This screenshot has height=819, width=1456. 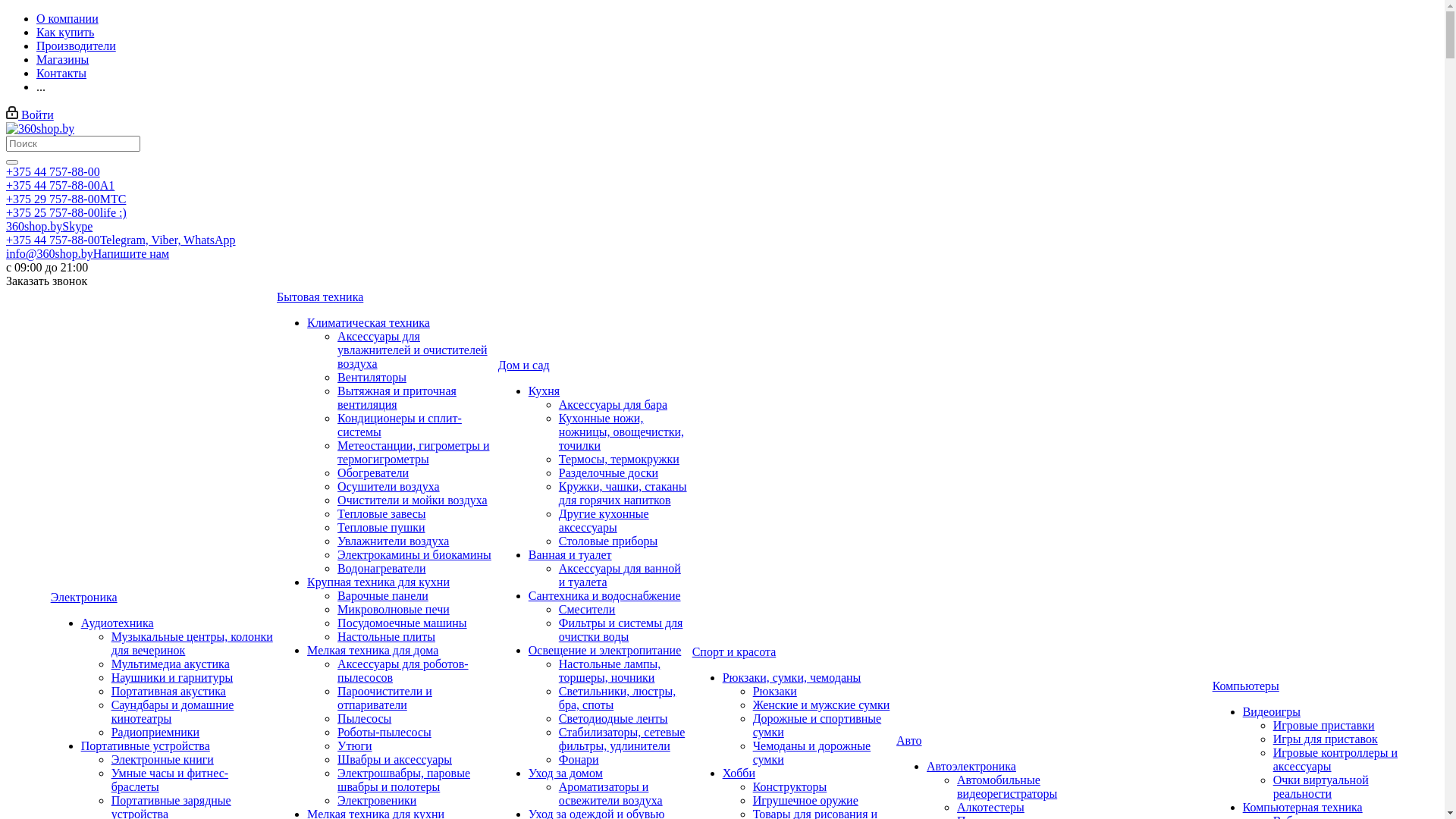 What do you see at coordinates (65, 212) in the screenshot?
I see `'+375 25 757-88-00life :)'` at bounding box center [65, 212].